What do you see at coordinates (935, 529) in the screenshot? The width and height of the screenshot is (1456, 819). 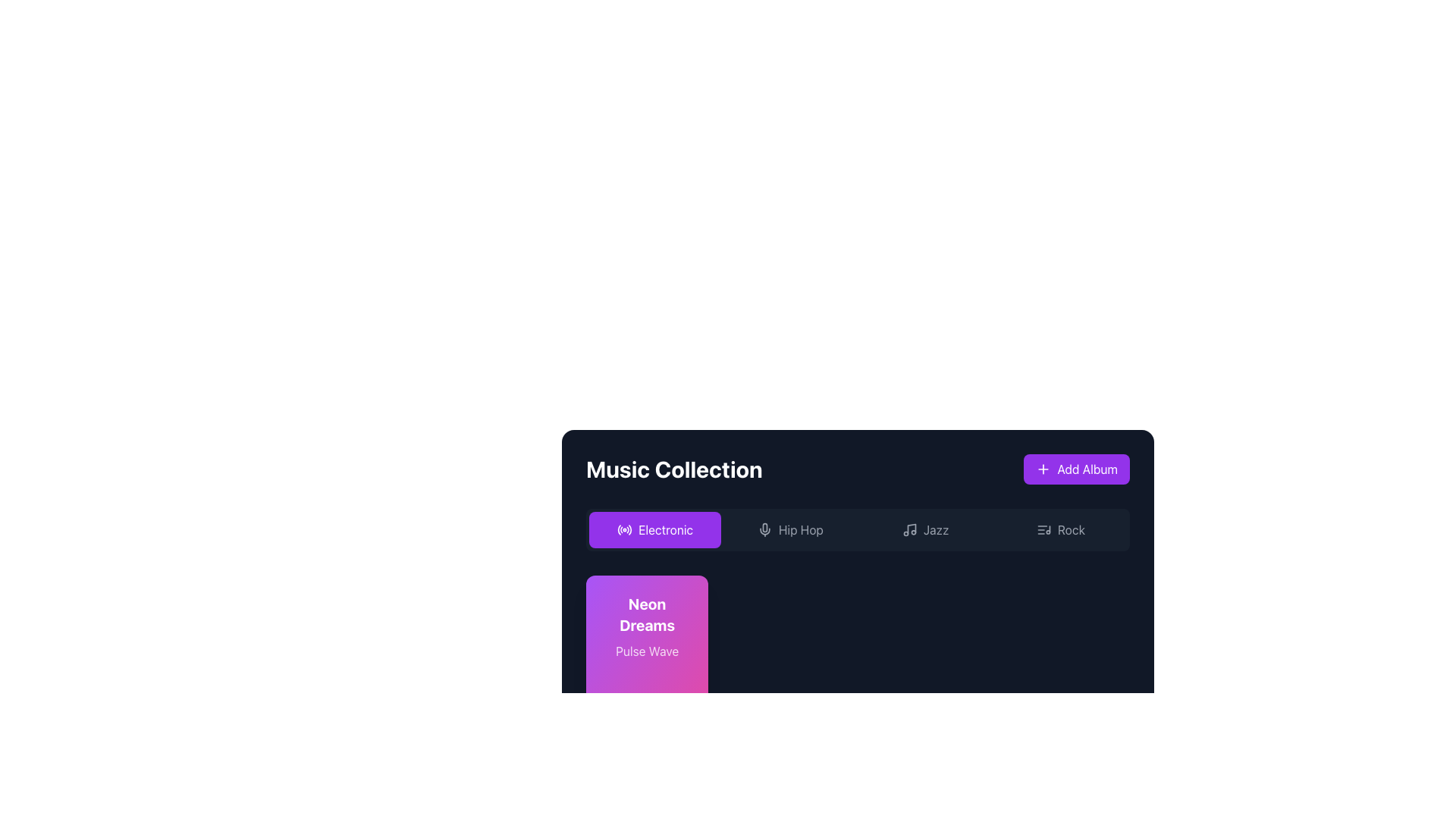 I see `the 'Jazz' category label in the 'Music Collection' navigation bar to trigger a tooltip or visual effect` at bounding box center [935, 529].